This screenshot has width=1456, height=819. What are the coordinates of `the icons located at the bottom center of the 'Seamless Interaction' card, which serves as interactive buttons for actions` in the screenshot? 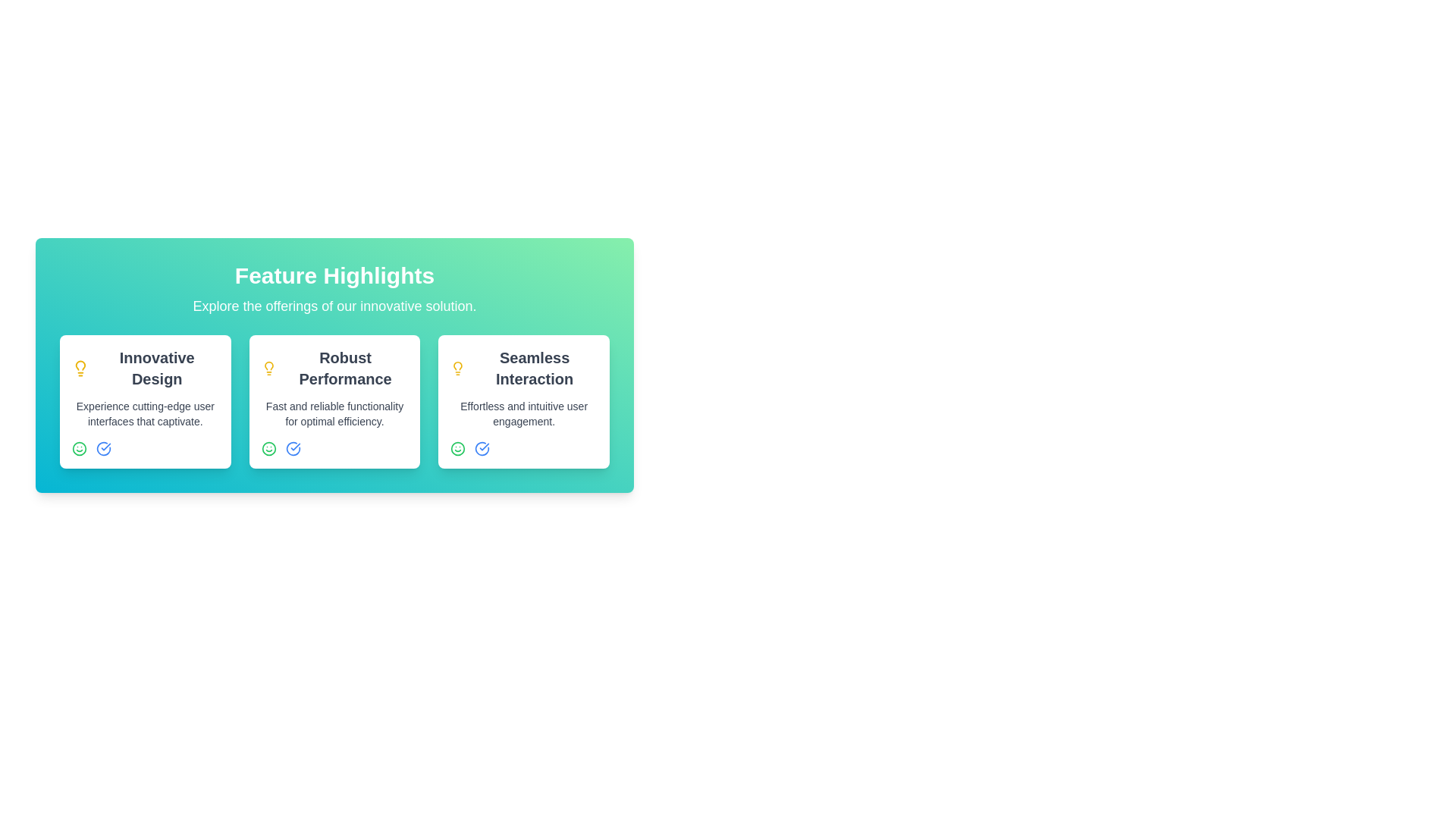 It's located at (524, 447).